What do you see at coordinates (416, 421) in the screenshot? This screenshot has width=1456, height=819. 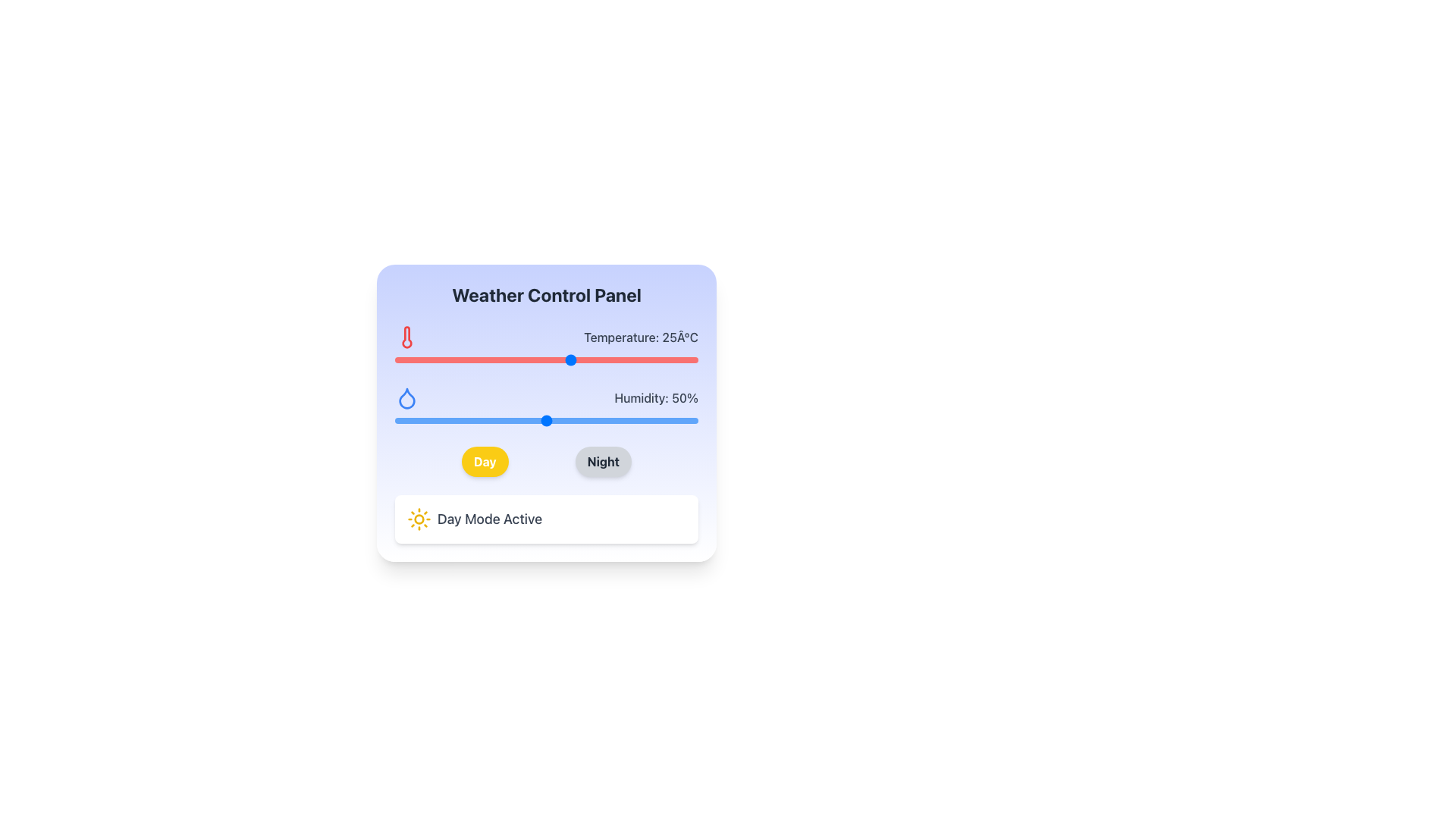 I see `humidity` at bounding box center [416, 421].